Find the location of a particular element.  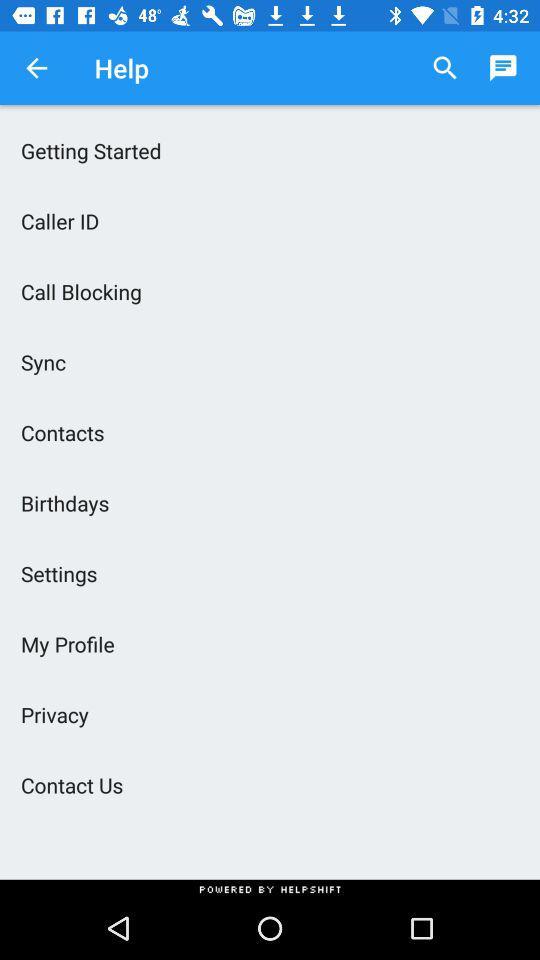

the item below contacts icon is located at coordinates (270, 502).